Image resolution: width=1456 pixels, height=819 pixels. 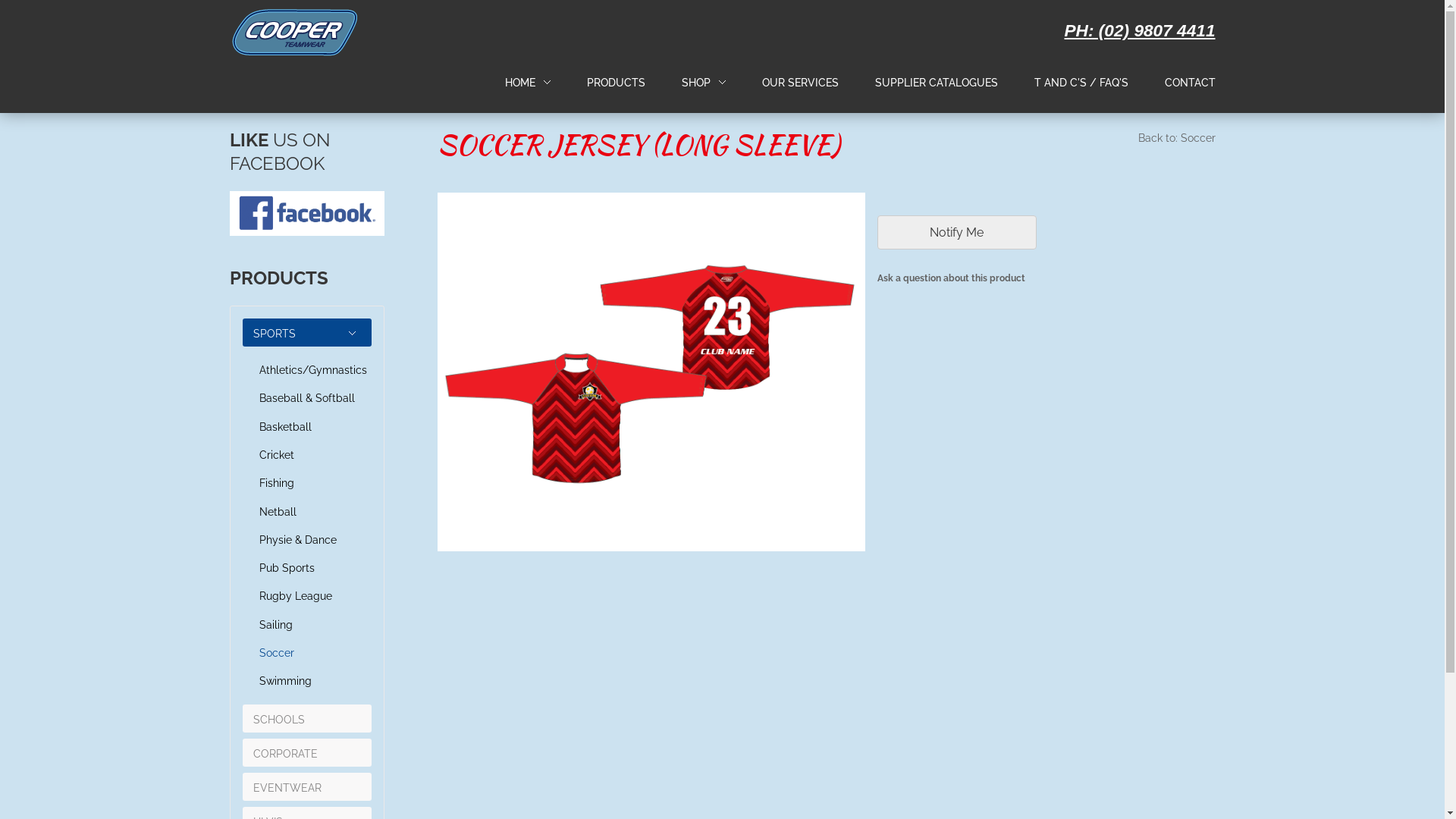 I want to click on 'Rugby League', so click(x=253, y=595).